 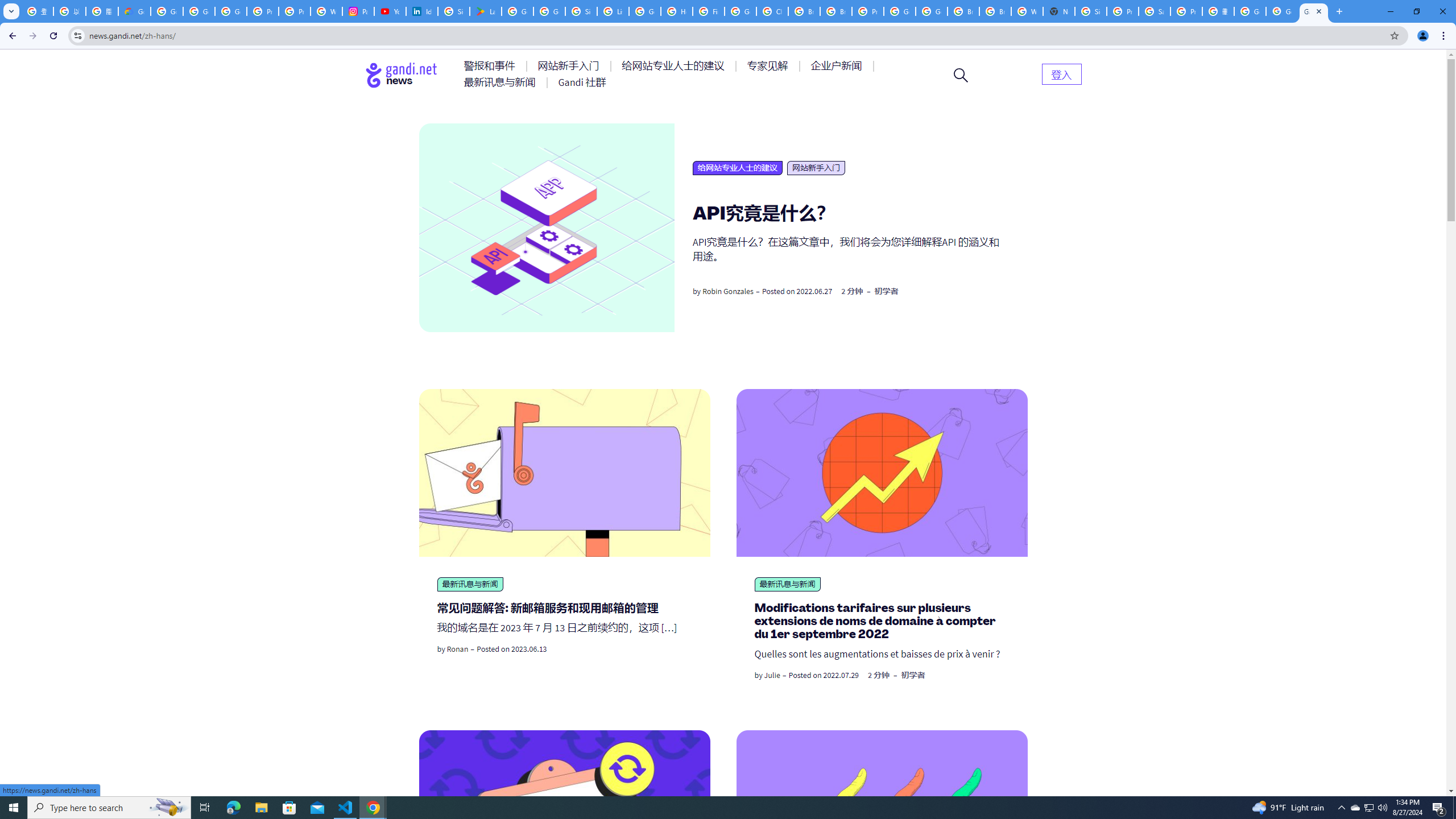 I want to click on 'How do I create a new Google Account? - Google Account Help', so click(x=676, y=11).